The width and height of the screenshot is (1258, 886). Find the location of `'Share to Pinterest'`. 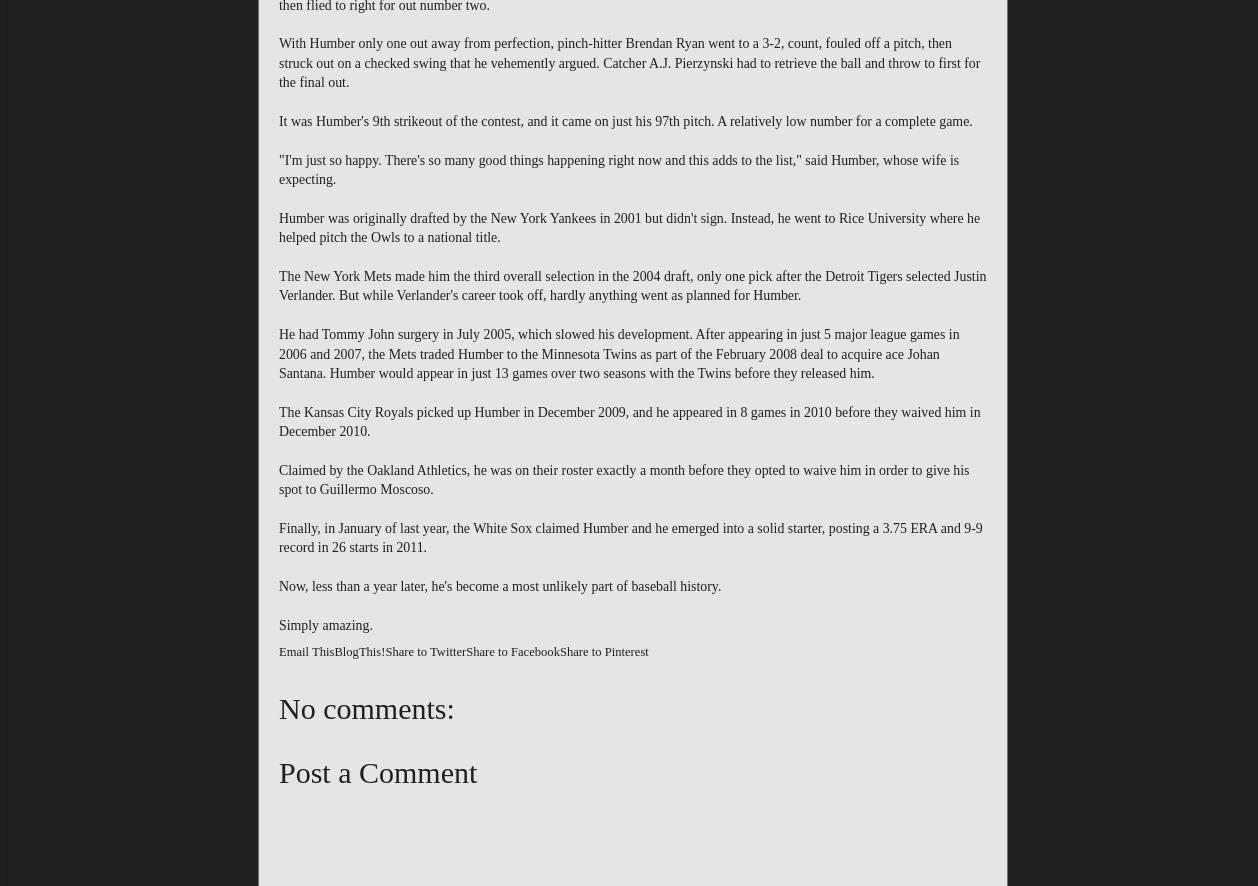

'Share to Pinterest' is located at coordinates (602, 651).